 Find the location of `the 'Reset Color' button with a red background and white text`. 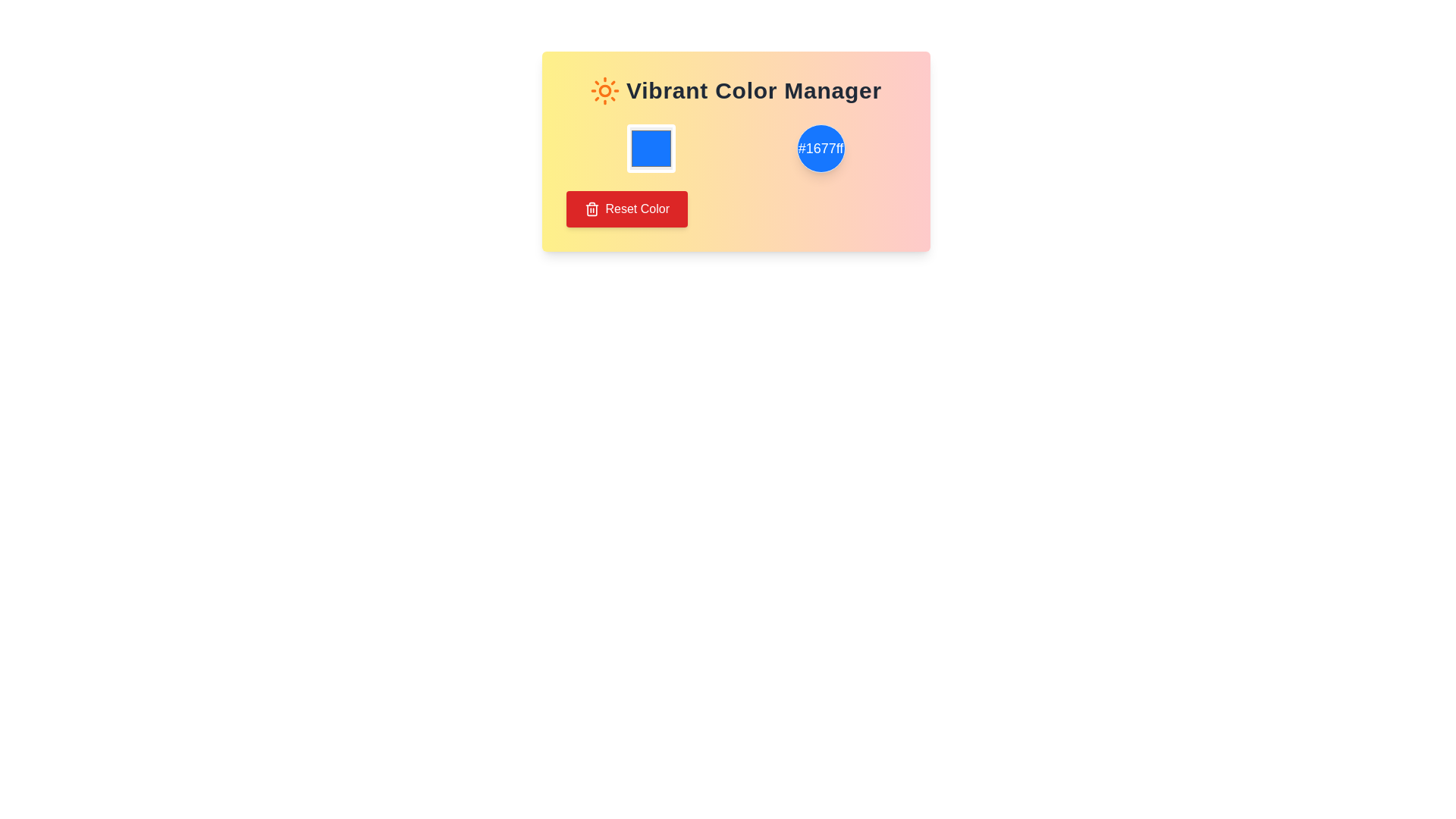

the 'Reset Color' button with a red background and white text is located at coordinates (626, 209).